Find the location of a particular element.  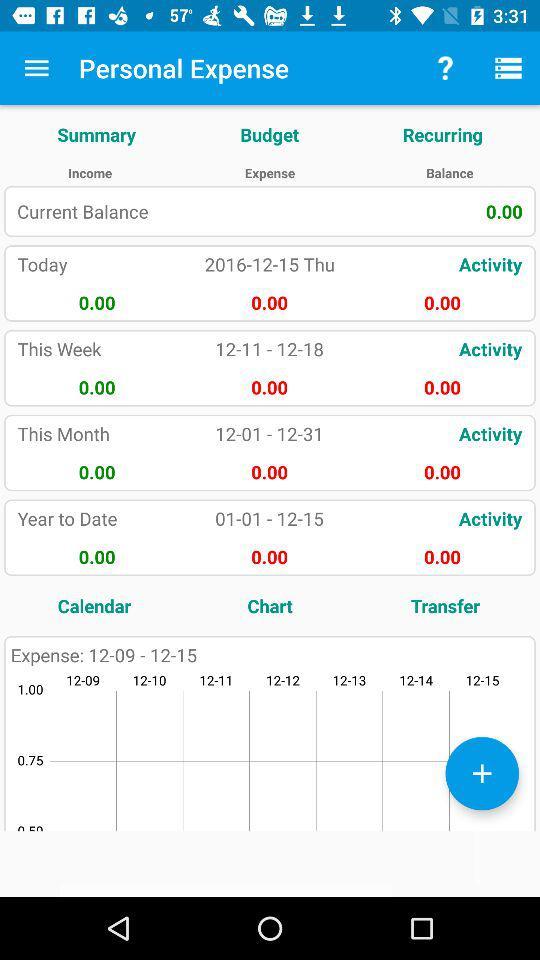

the icon to the right of budget is located at coordinates (442, 133).